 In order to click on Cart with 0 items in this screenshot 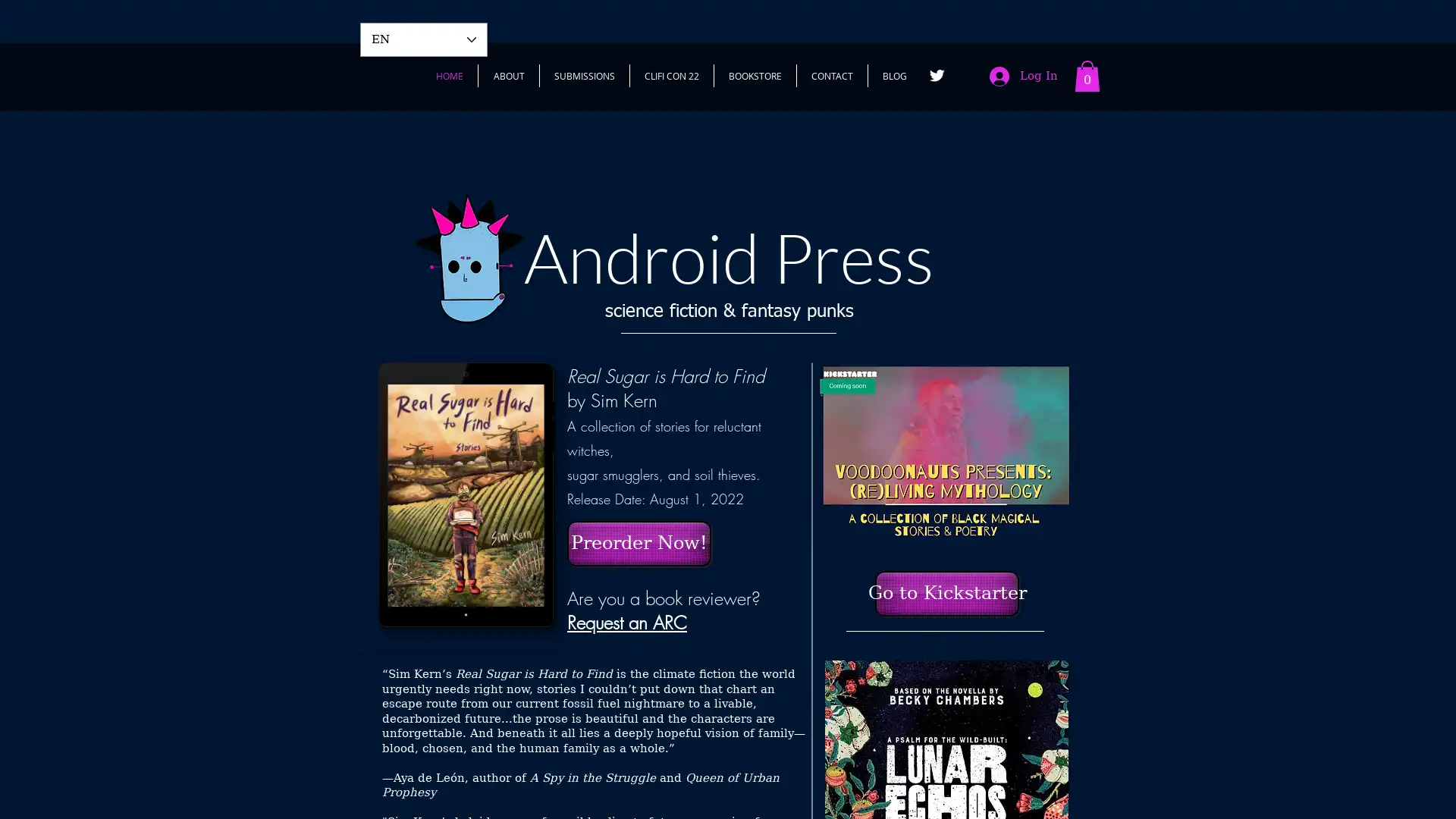, I will do `click(1087, 76)`.